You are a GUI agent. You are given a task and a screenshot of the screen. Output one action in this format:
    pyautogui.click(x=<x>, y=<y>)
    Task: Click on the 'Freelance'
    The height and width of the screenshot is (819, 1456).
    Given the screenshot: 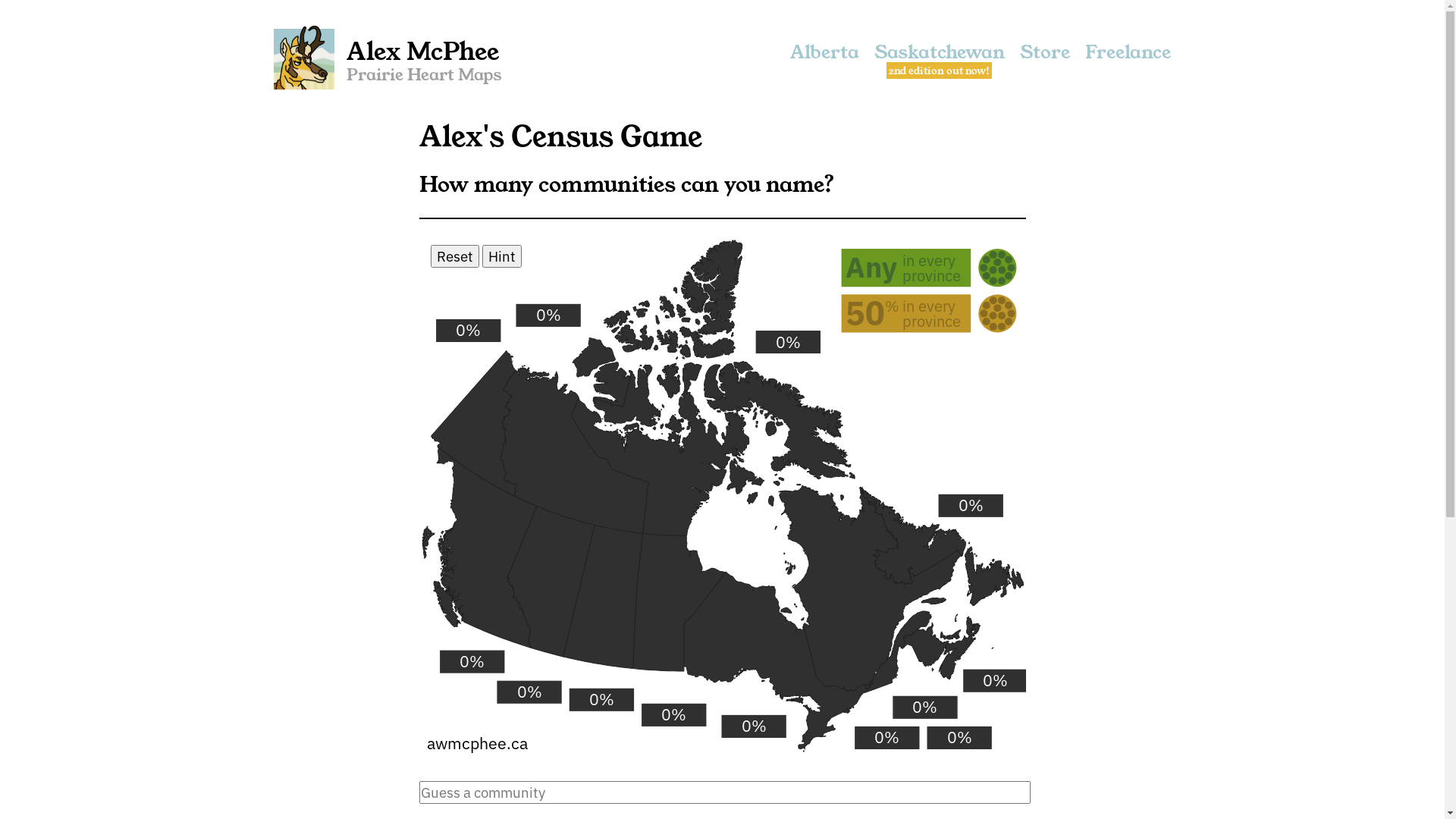 What is the action you would take?
    pyautogui.click(x=1083, y=58)
    